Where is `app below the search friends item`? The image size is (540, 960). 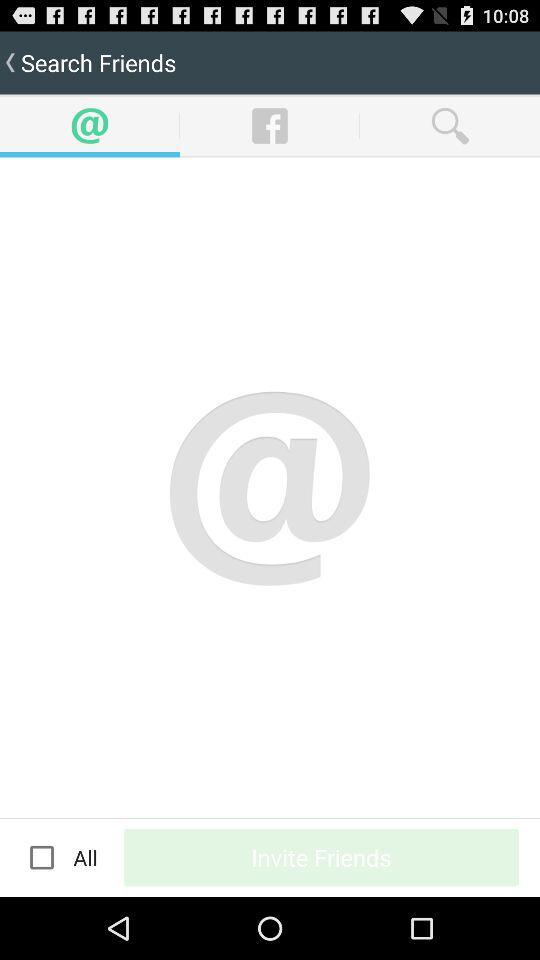 app below the search friends item is located at coordinates (42, 856).